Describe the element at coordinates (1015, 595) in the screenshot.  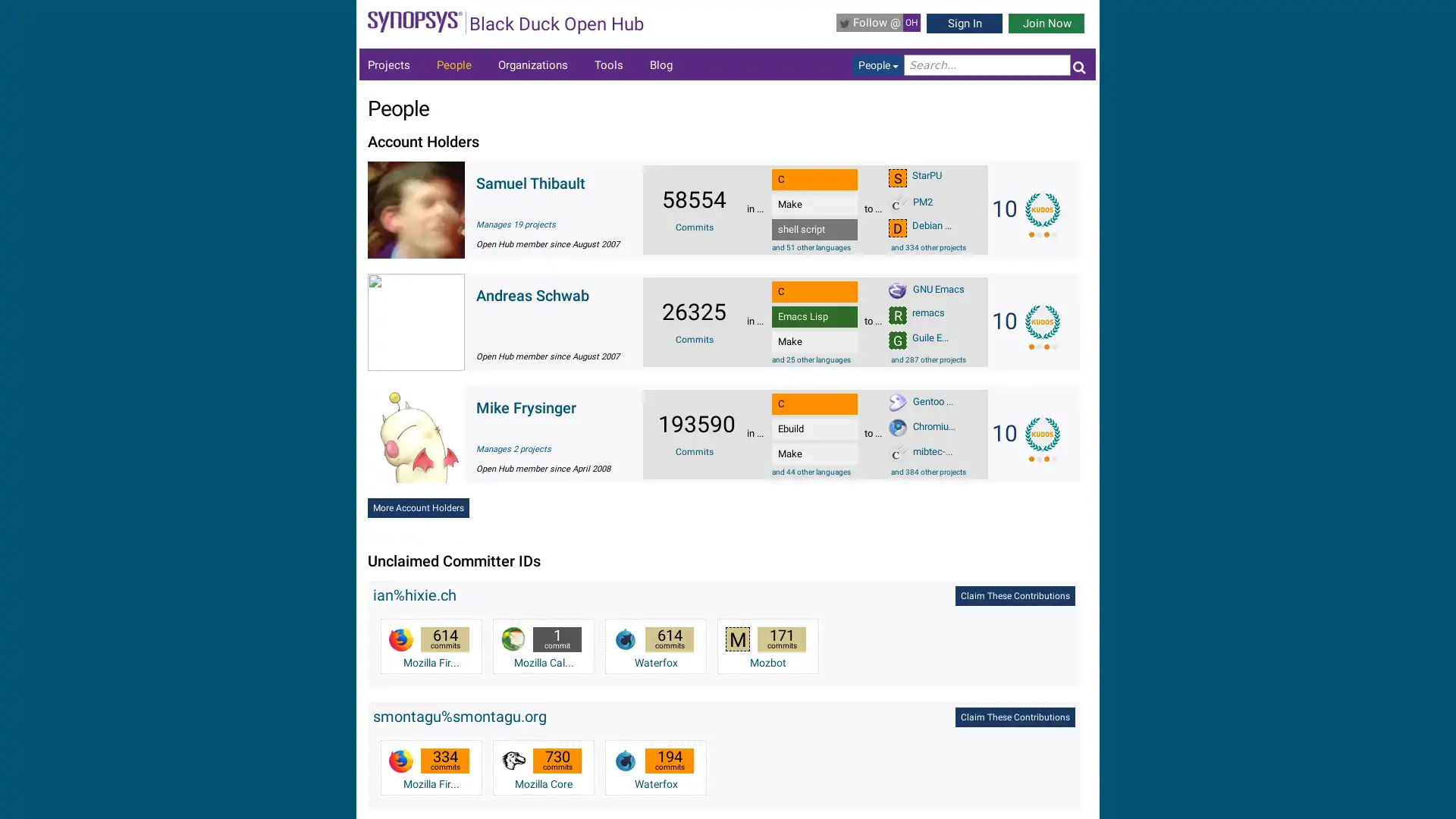
I see `Claim These Contributions` at that location.